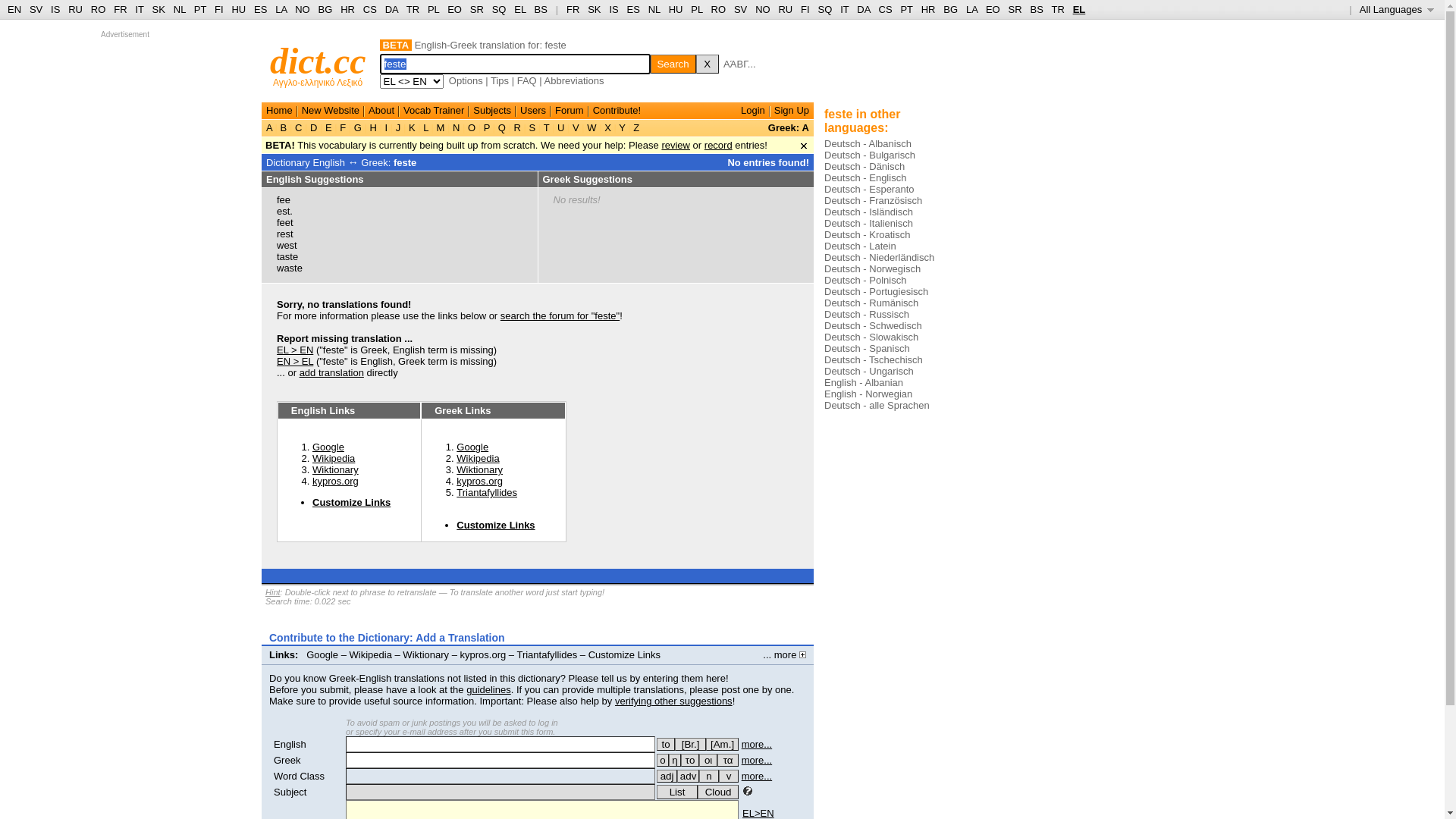 This screenshot has width=1456, height=819. Describe the element at coordinates (386, 127) in the screenshot. I see `'I'` at that location.